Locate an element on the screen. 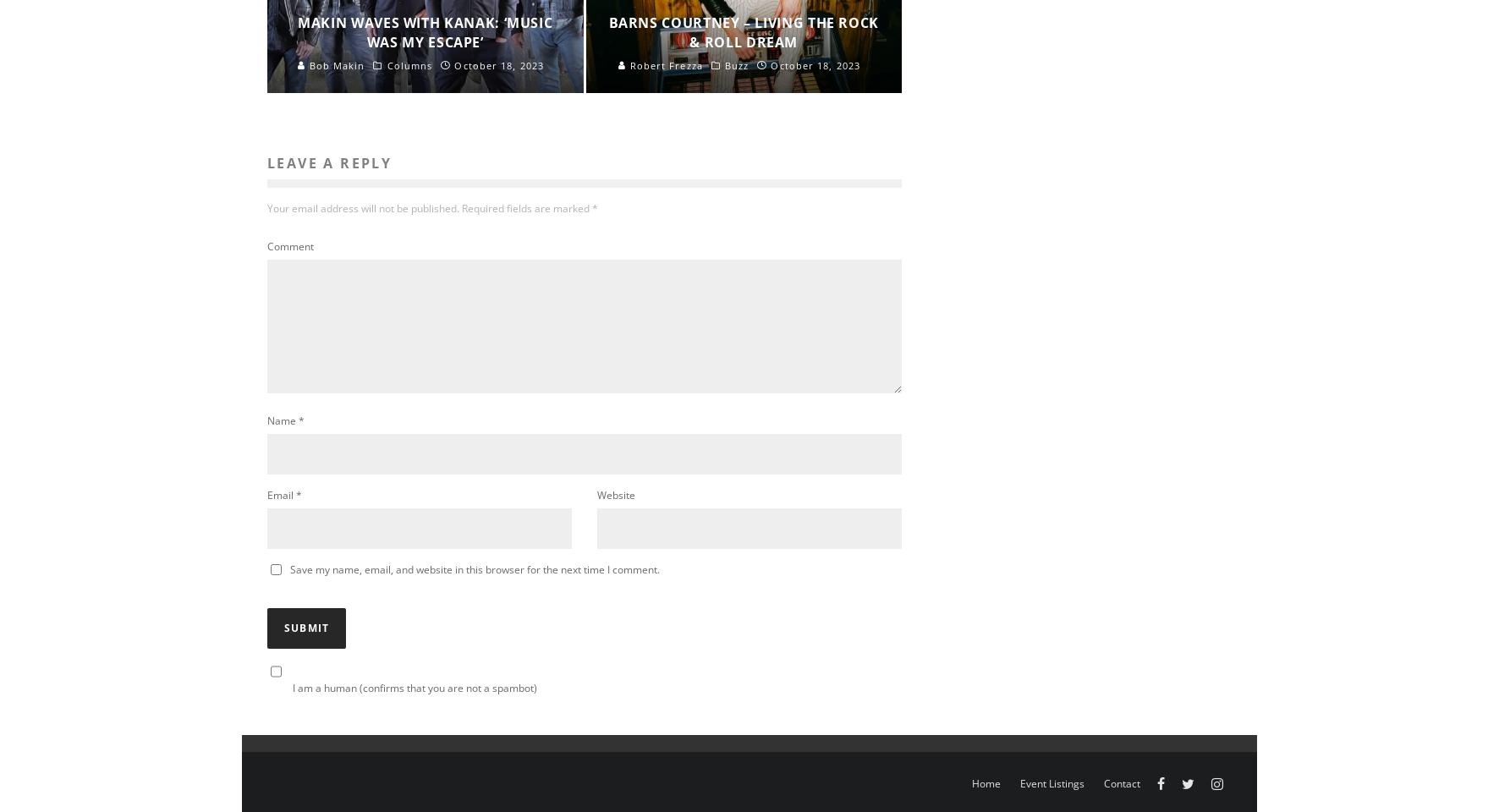 The image size is (1499, 812). 'Your email address will not be published.' is located at coordinates (266, 207).